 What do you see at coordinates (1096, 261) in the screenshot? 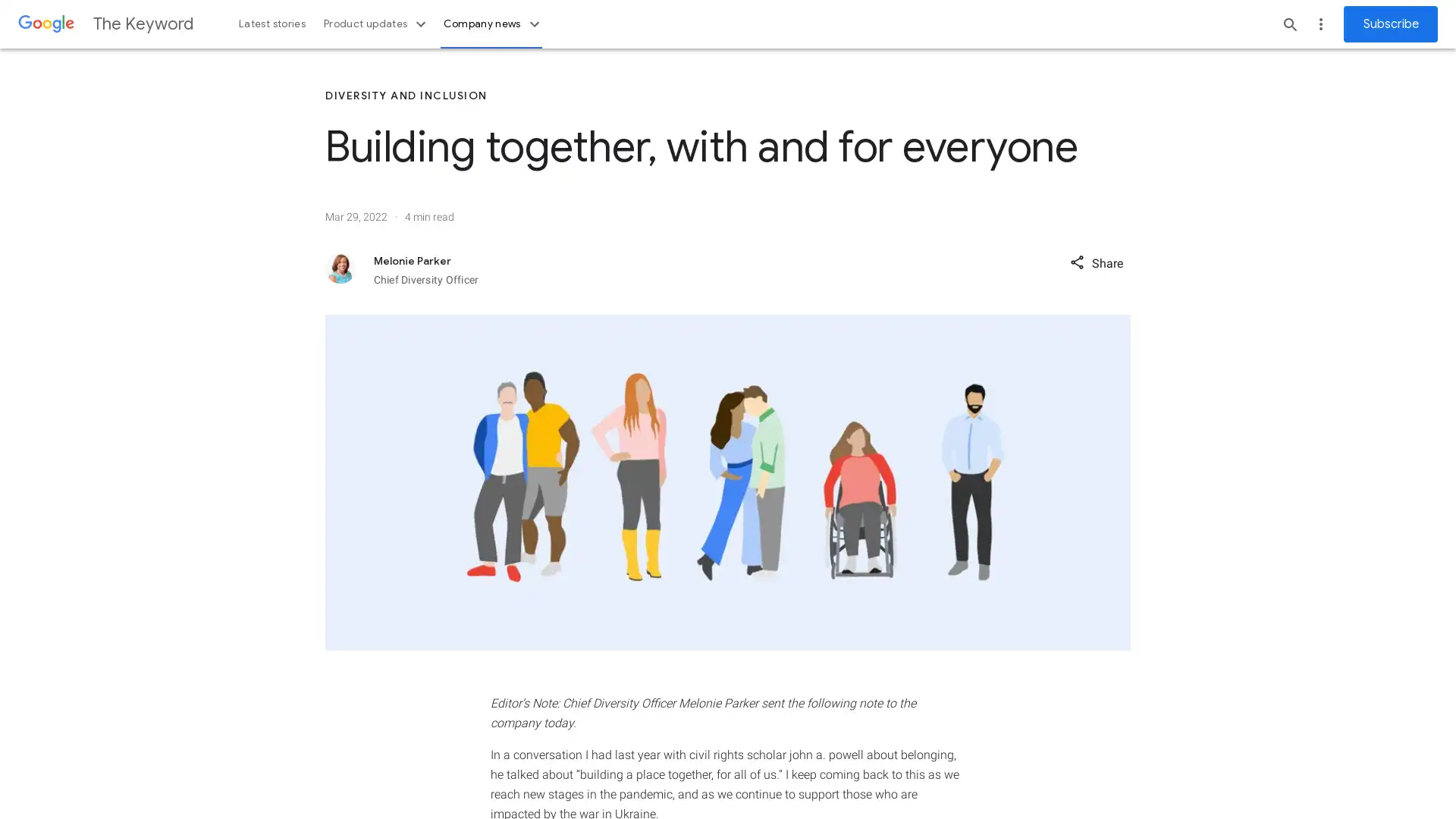
I see `Share` at bounding box center [1096, 261].